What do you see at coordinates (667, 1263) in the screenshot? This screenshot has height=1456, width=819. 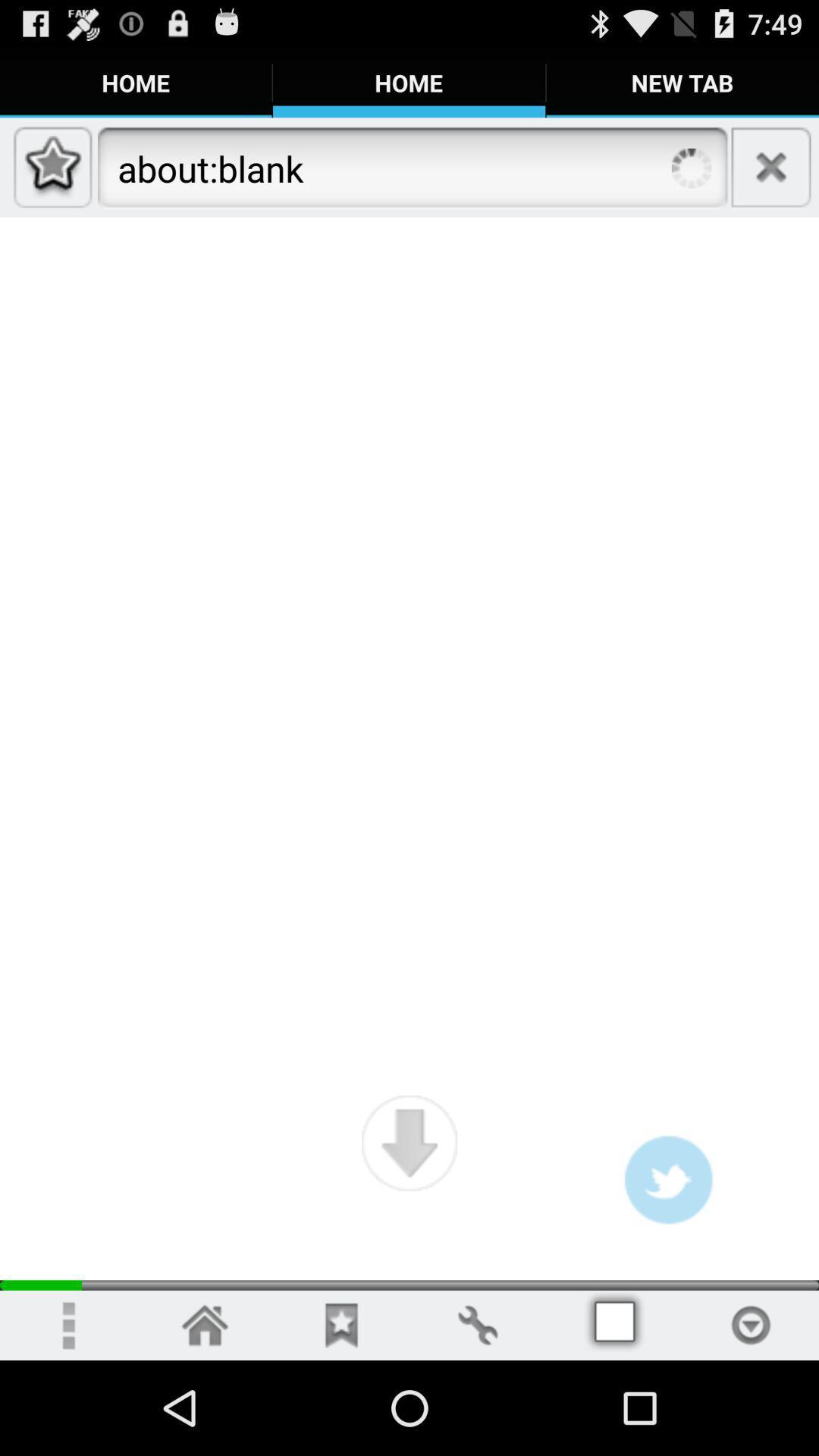 I see `the twitter icon` at bounding box center [667, 1263].